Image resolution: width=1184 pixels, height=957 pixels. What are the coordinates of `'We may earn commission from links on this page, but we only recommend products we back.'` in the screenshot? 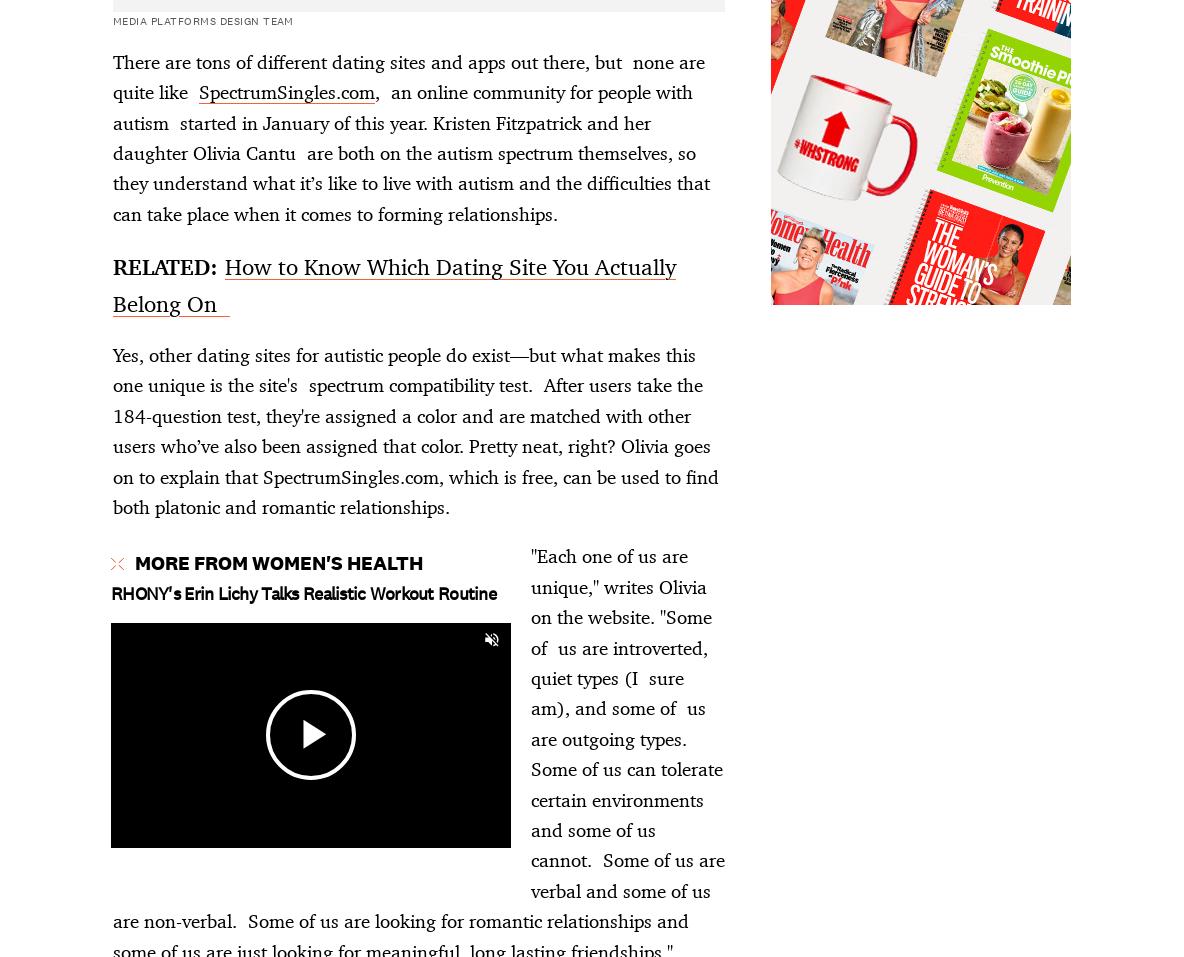 It's located at (332, 888).